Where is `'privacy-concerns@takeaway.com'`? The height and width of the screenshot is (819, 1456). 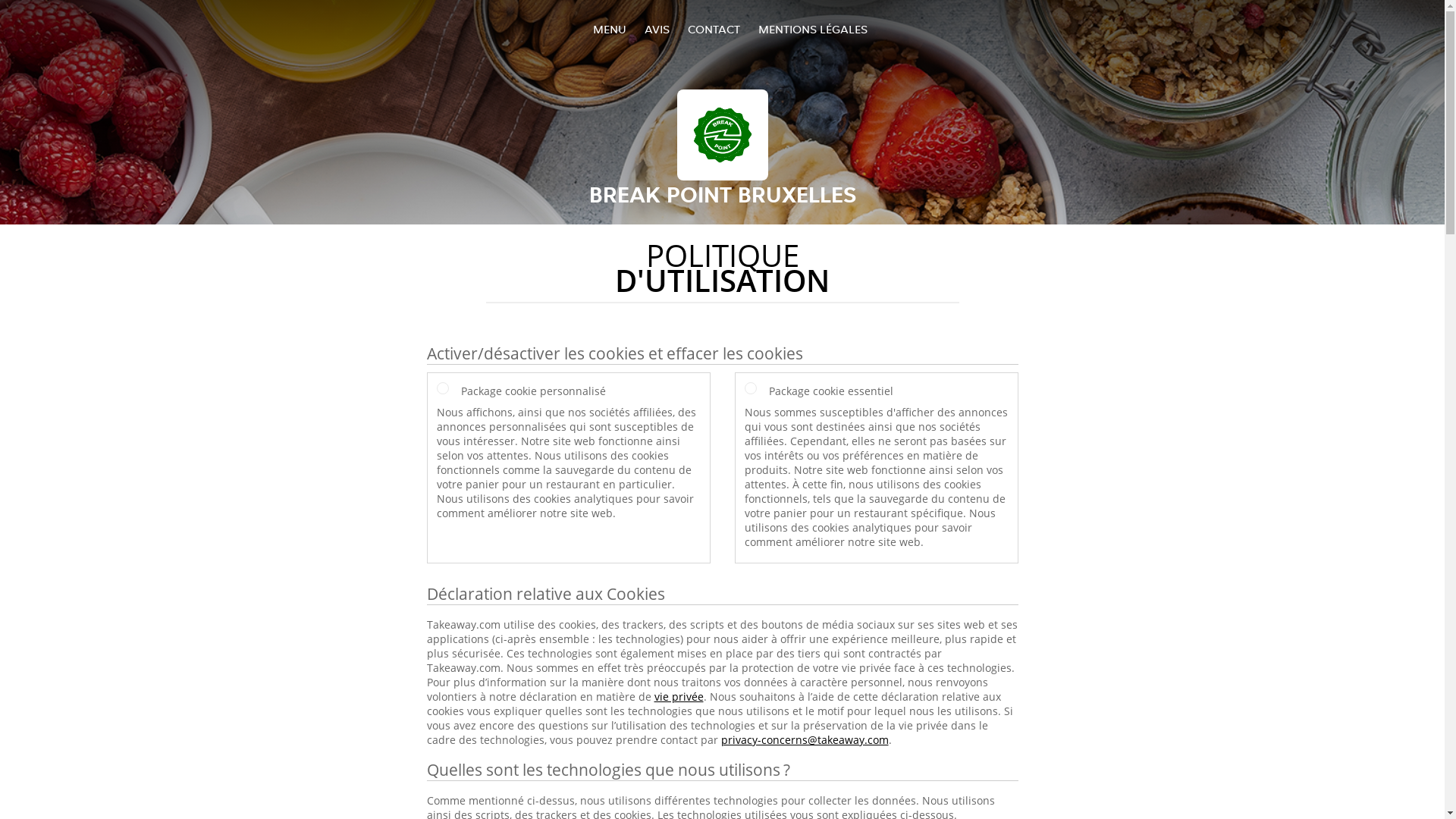 'privacy-concerns@takeaway.com' is located at coordinates (803, 739).